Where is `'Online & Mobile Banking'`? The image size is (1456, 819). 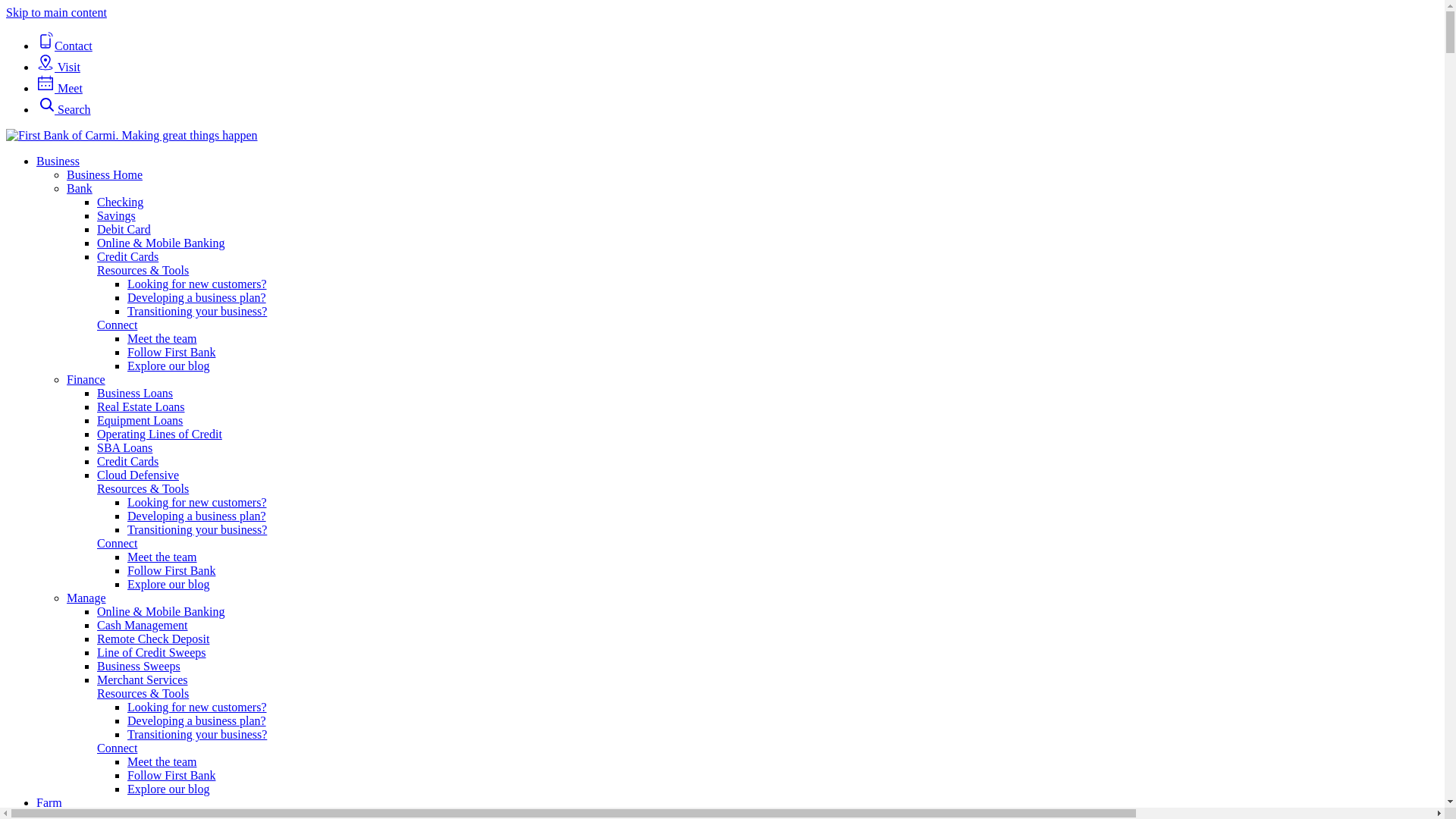
'Online & Mobile Banking' is located at coordinates (96, 242).